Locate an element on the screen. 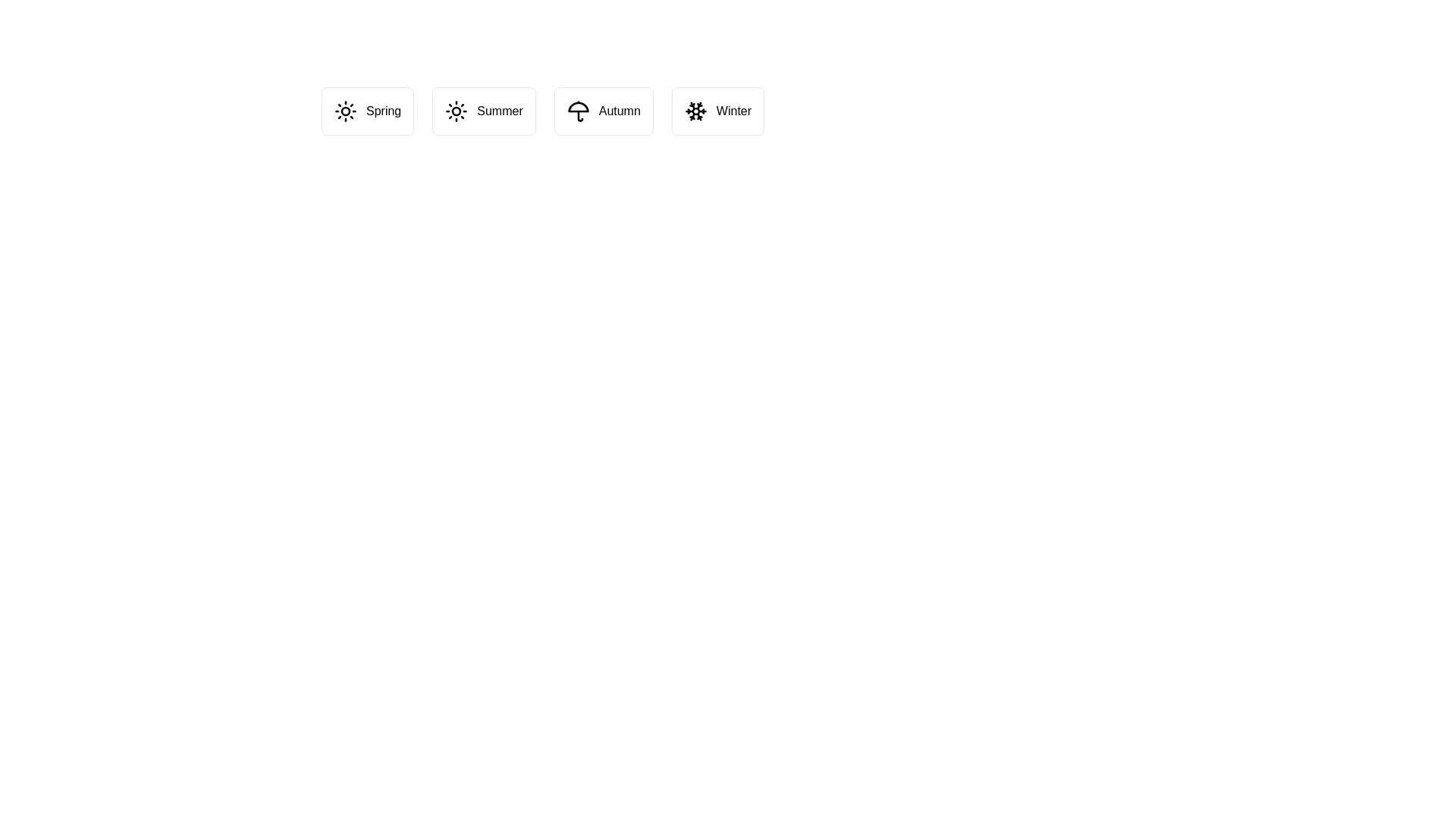 The image size is (1456, 819). the sun icon located on the left side of the 'Spring' card, which features a circle and radial lines in black is located at coordinates (345, 110).